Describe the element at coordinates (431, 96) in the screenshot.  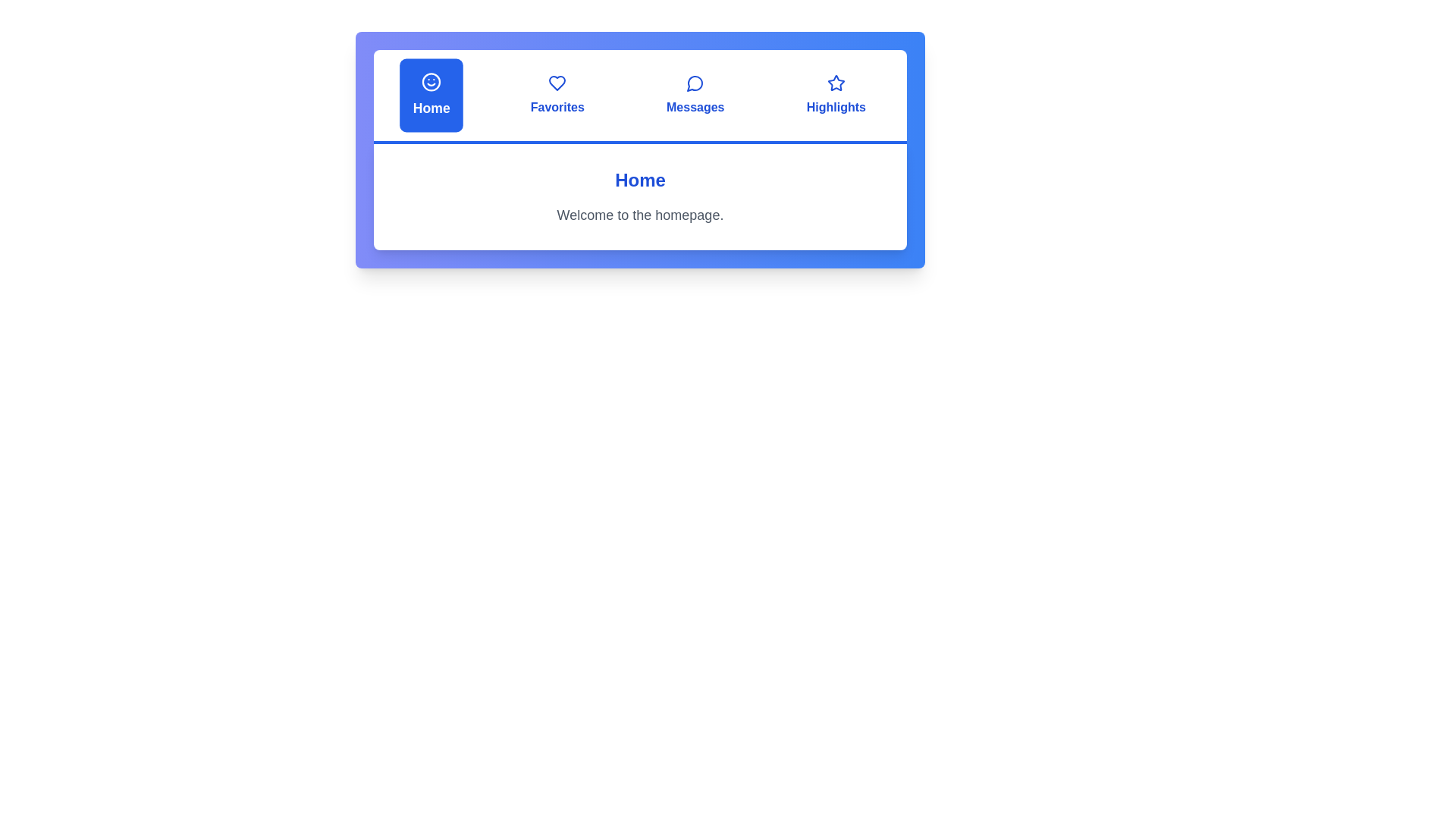
I see `the tab labeled Home` at that location.